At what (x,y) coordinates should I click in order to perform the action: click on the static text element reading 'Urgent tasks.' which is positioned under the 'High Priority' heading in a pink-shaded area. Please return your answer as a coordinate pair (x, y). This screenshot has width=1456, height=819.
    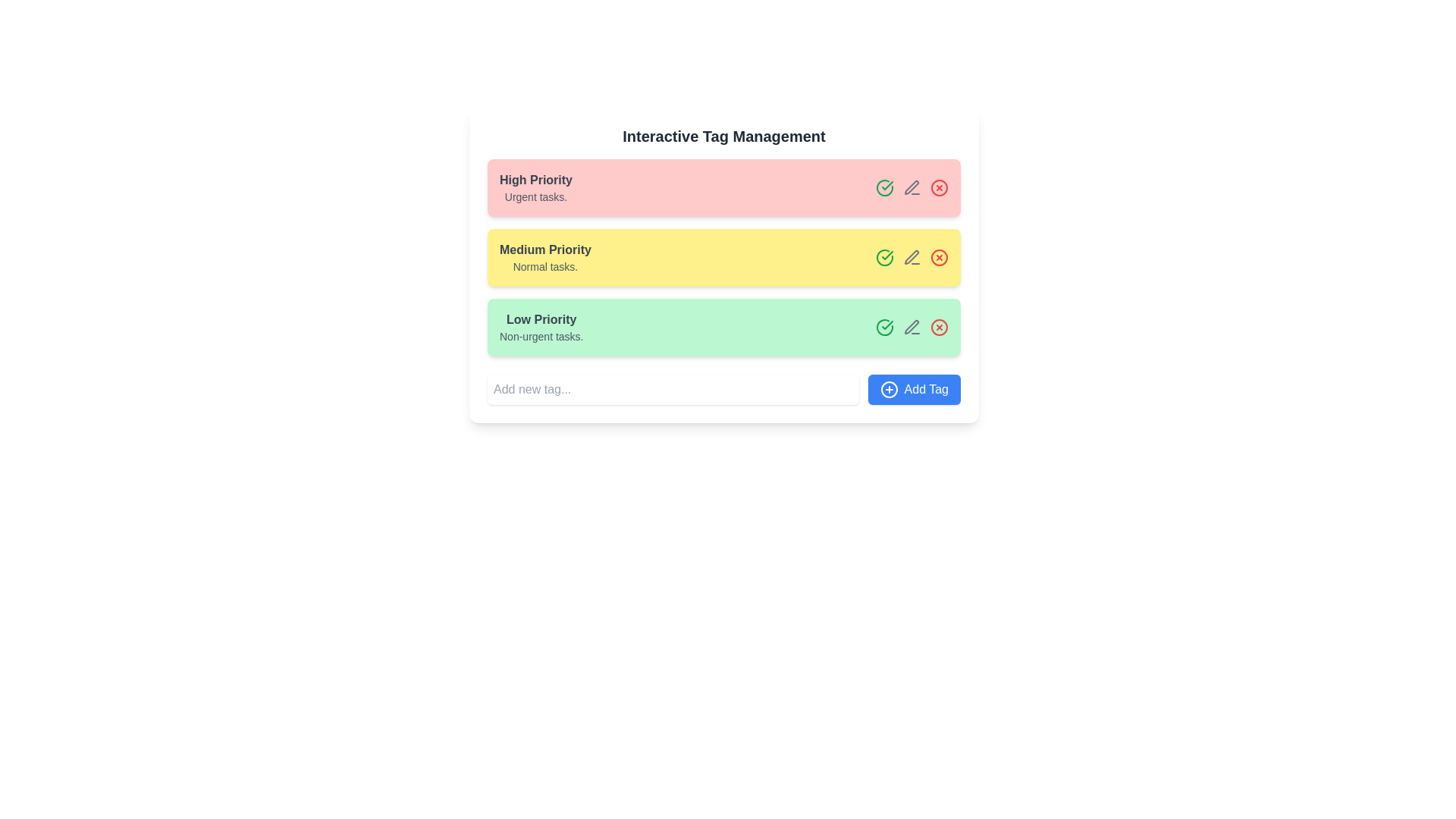
    Looking at the image, I should click on (535, 196).